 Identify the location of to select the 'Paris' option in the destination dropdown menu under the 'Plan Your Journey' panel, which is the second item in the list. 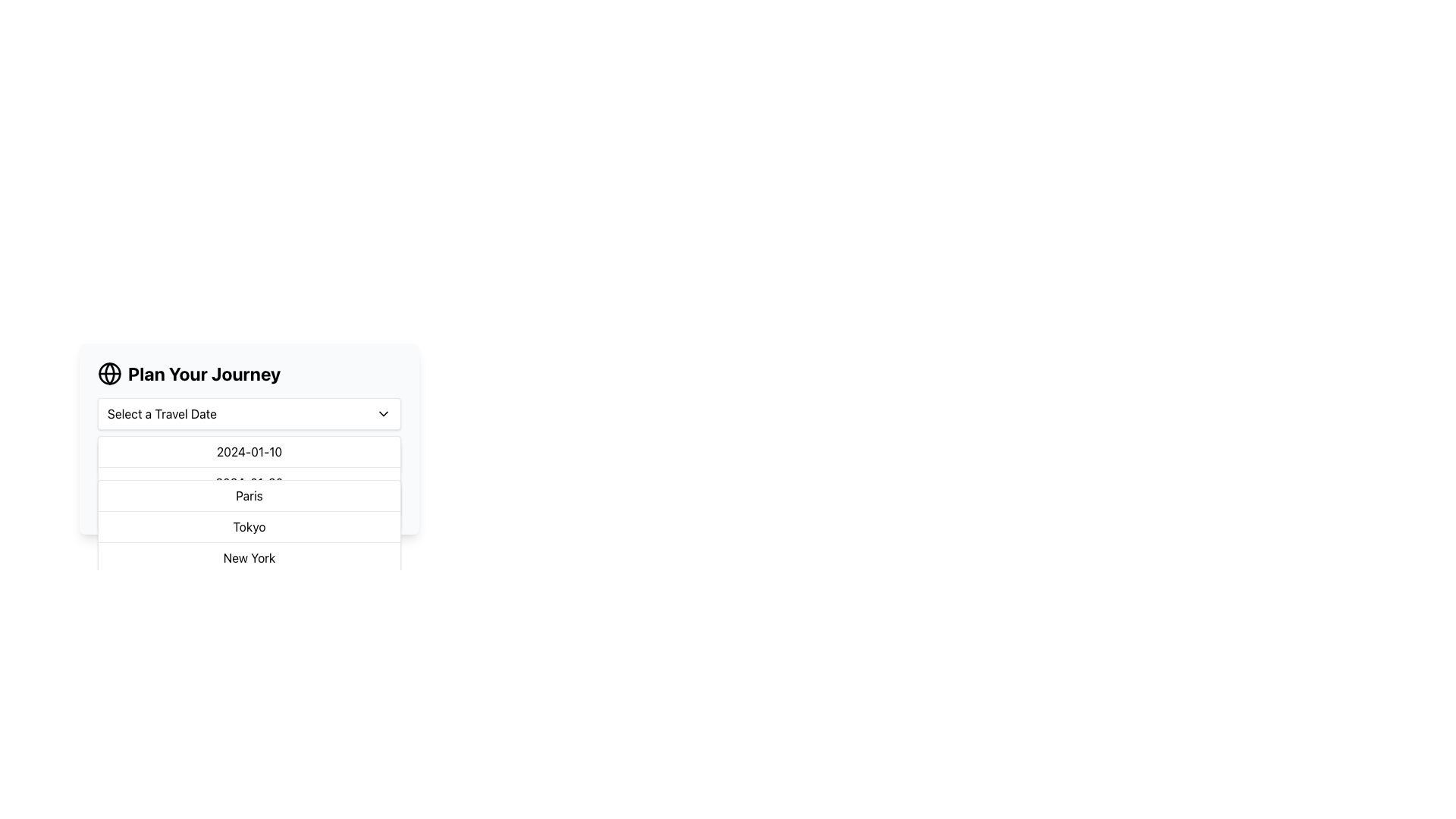
(249, 500).